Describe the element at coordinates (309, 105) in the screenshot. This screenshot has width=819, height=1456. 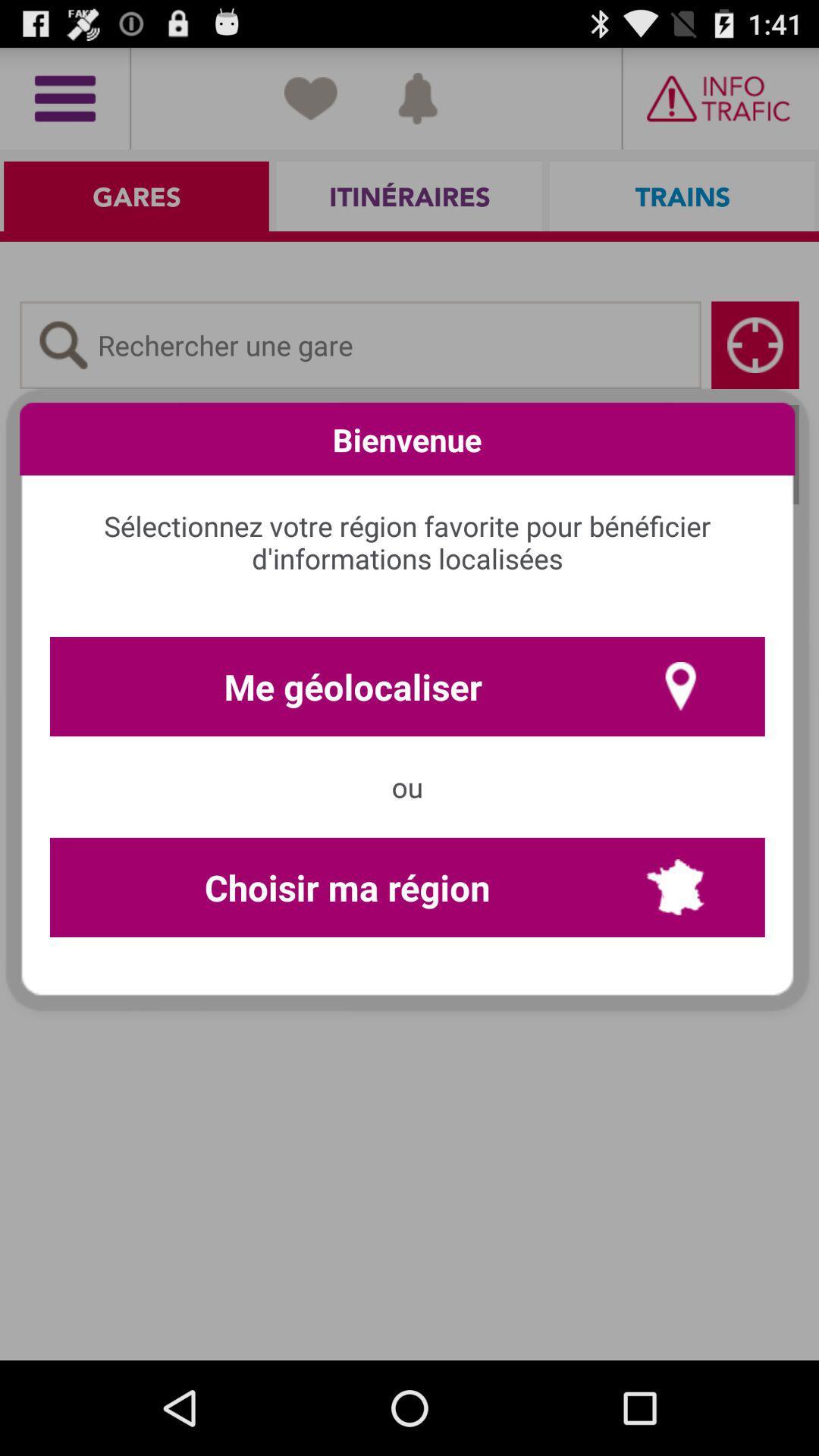
I see `the favorite icon` at that location.